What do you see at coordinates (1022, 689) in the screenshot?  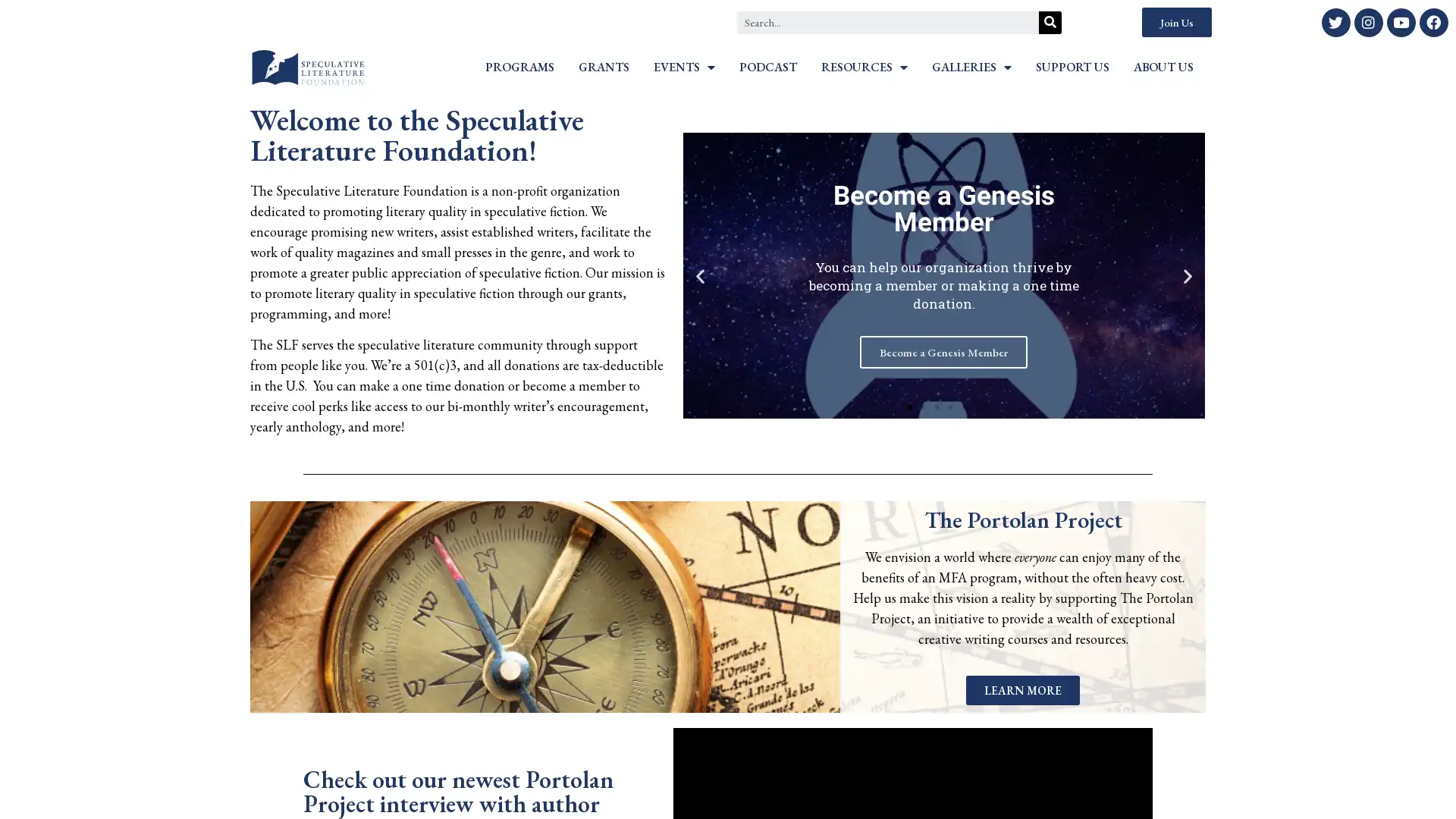 I see `LEARN MORE` at bounding box center [1022, 689].